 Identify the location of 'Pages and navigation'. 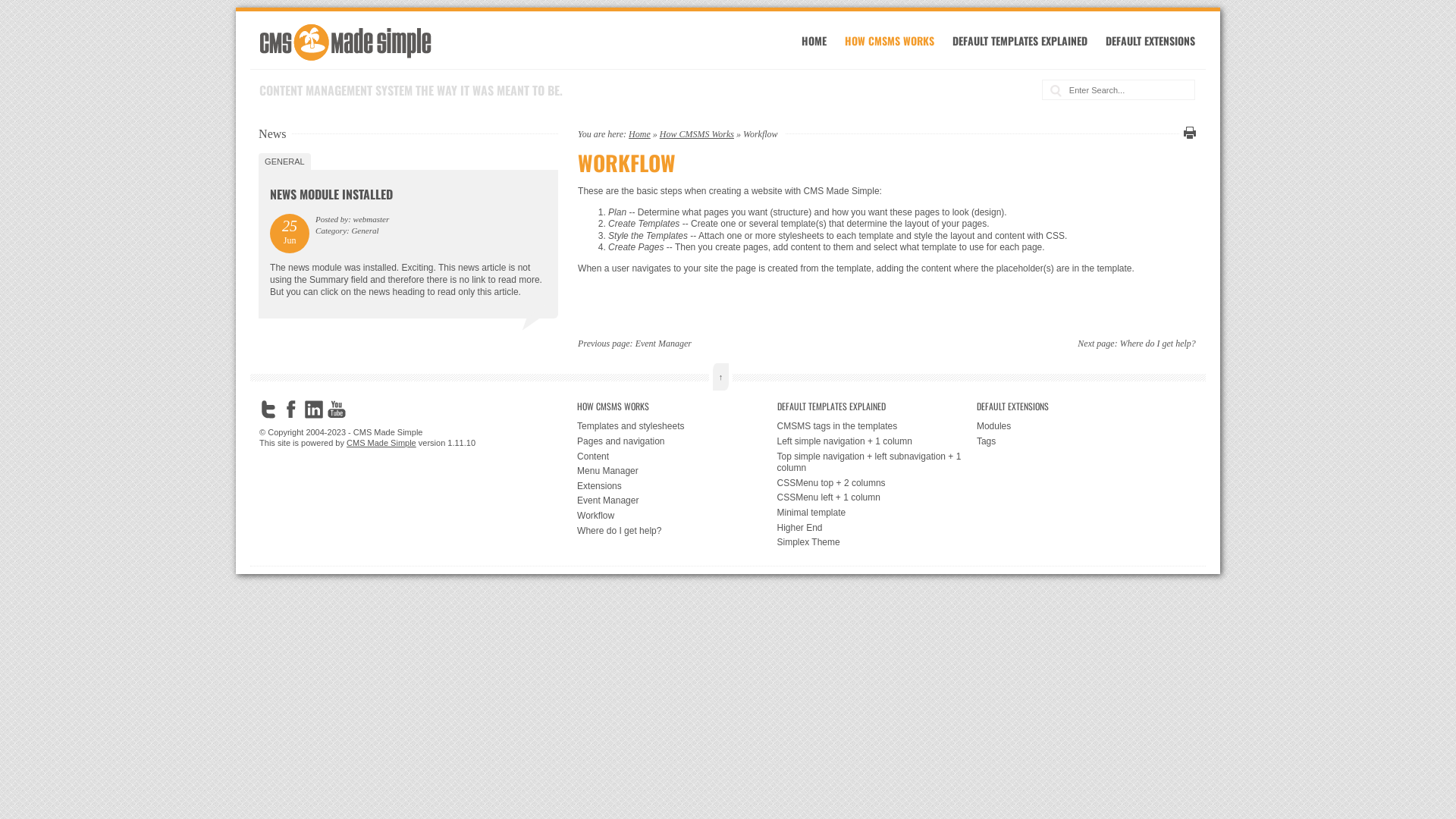
(676, 441).